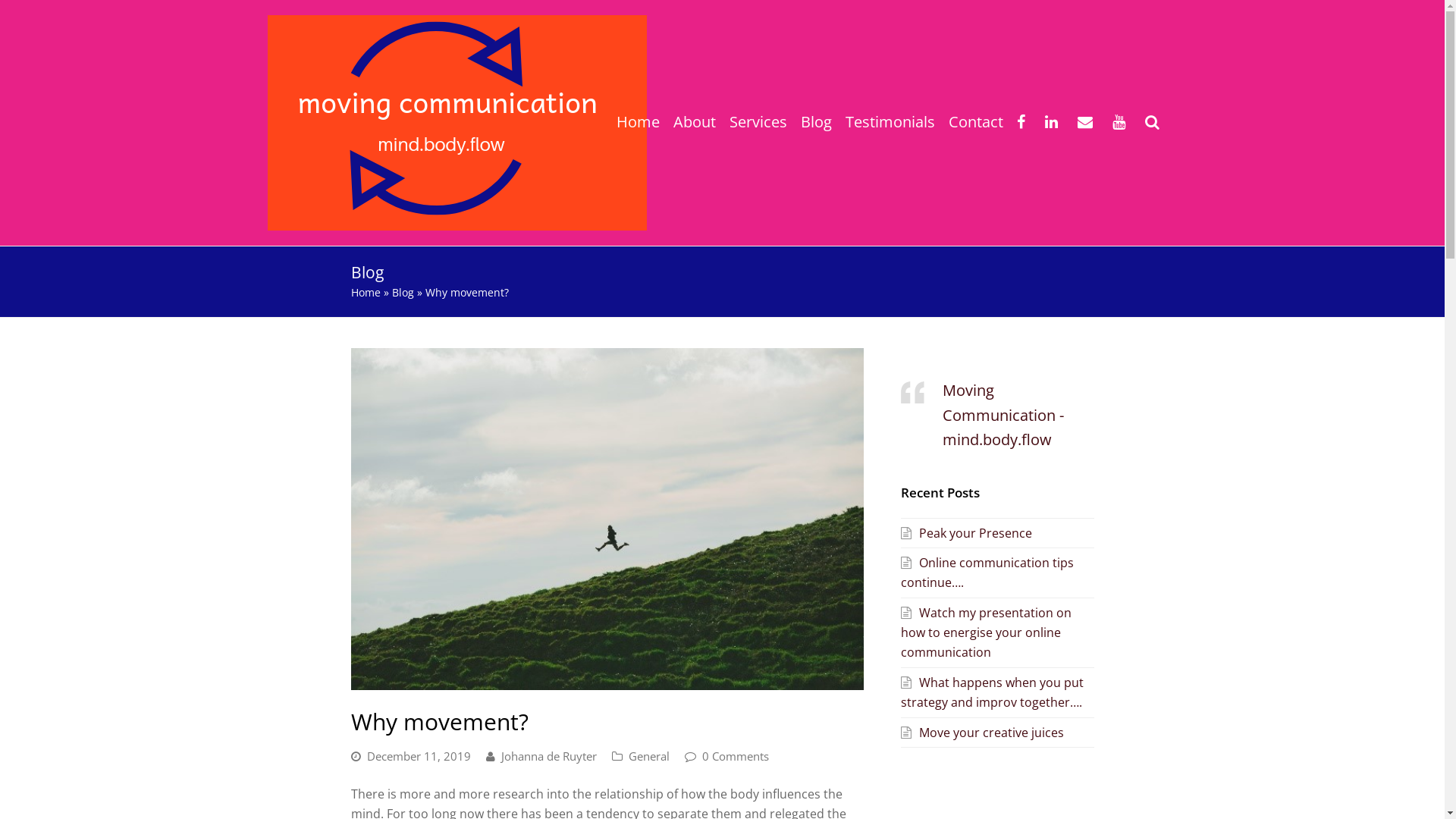  I want to click on 'Home', so click(365, 292).